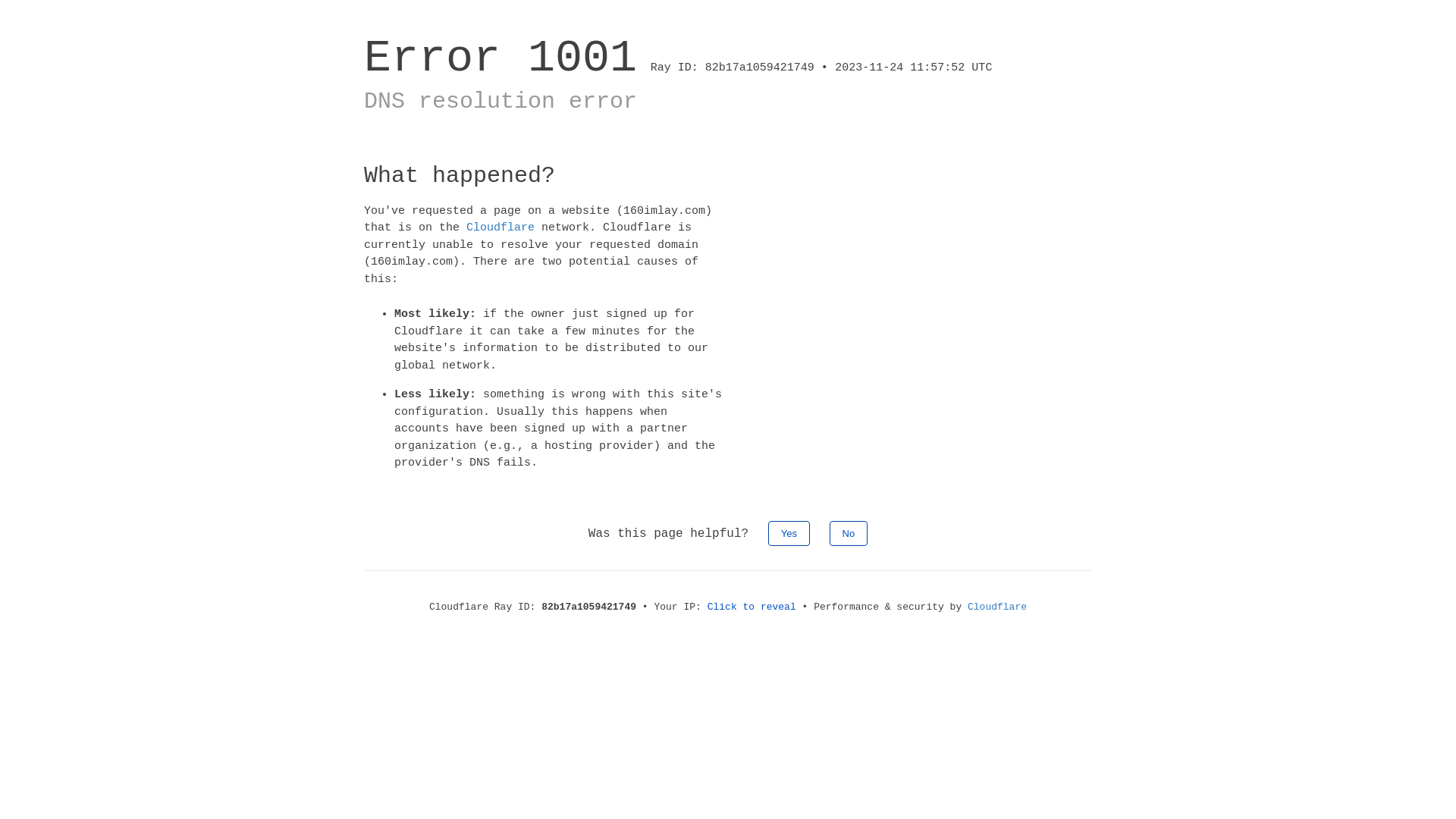 The image size is (1456, 819). What do you see at coordinates (789, 532) in the screenshot?
I see `'Yes'` at bounding box center [789, 532].